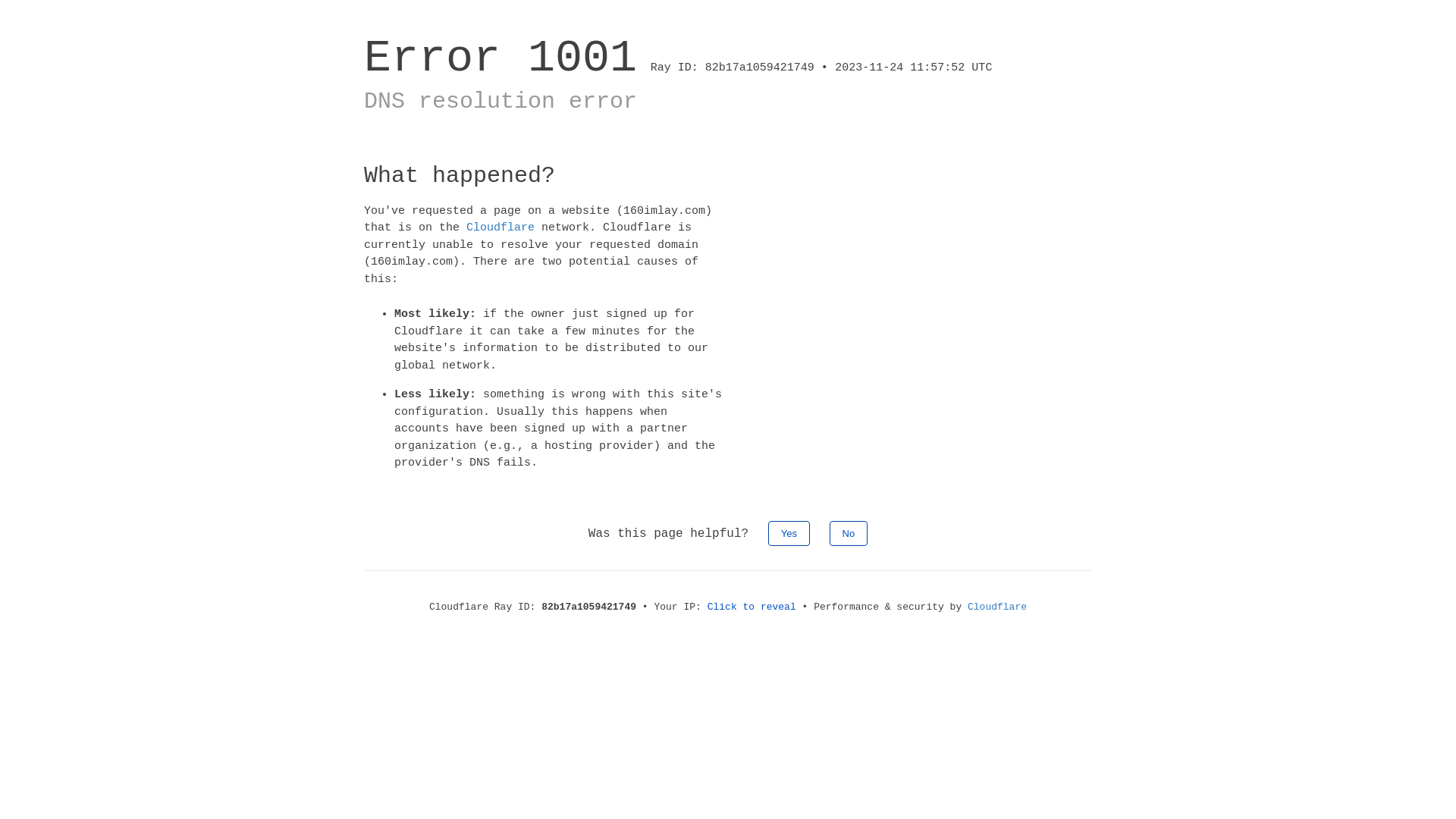 The image size is (1456, 819). What do you see at coordinates (789, 532) in the screenshot?
I see `'Yes'` at bounding box center [789, 532].